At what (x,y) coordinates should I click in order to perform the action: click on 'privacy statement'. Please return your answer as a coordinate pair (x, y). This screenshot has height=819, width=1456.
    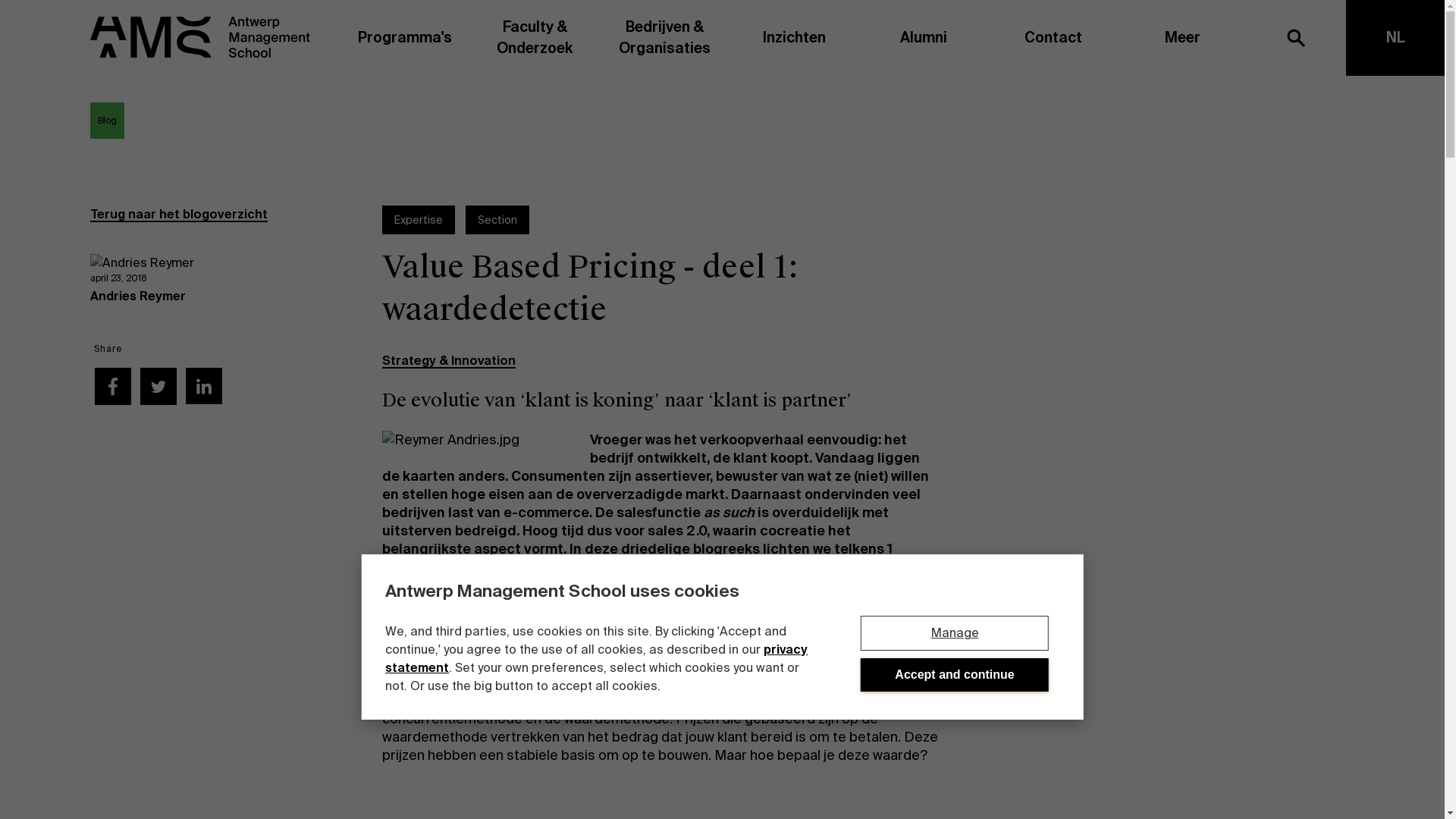
    Looking at the image, I should click on (595, 657).